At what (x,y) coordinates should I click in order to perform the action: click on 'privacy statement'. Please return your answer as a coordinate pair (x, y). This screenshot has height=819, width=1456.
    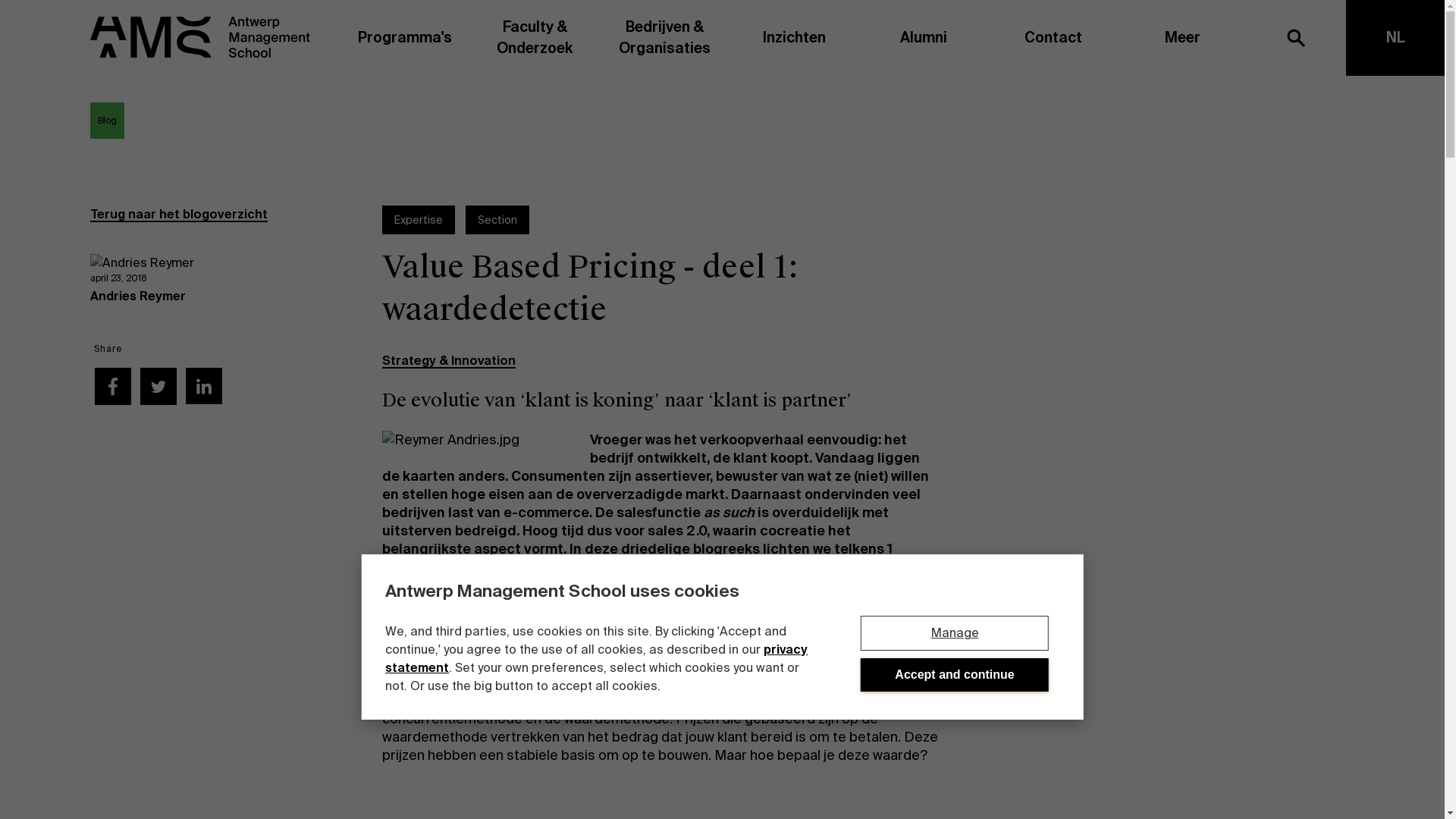
    Looking at the image, I should click on (595, 657).